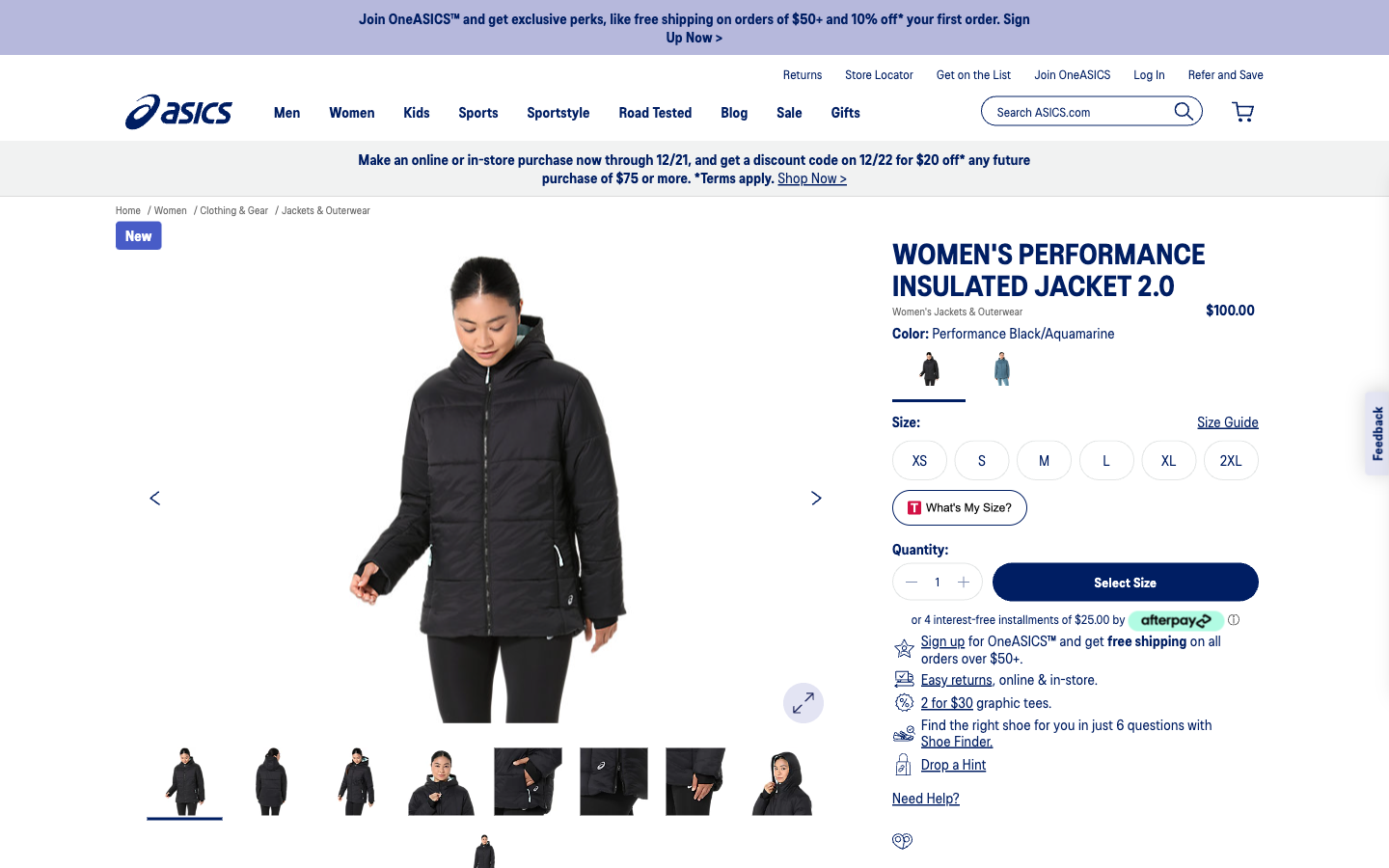 Image resolution: width=1389 pixels, height=868 pixels. I want to click on View color in aquamarine, choose Medium size, move to following images, so click(1001, 372).